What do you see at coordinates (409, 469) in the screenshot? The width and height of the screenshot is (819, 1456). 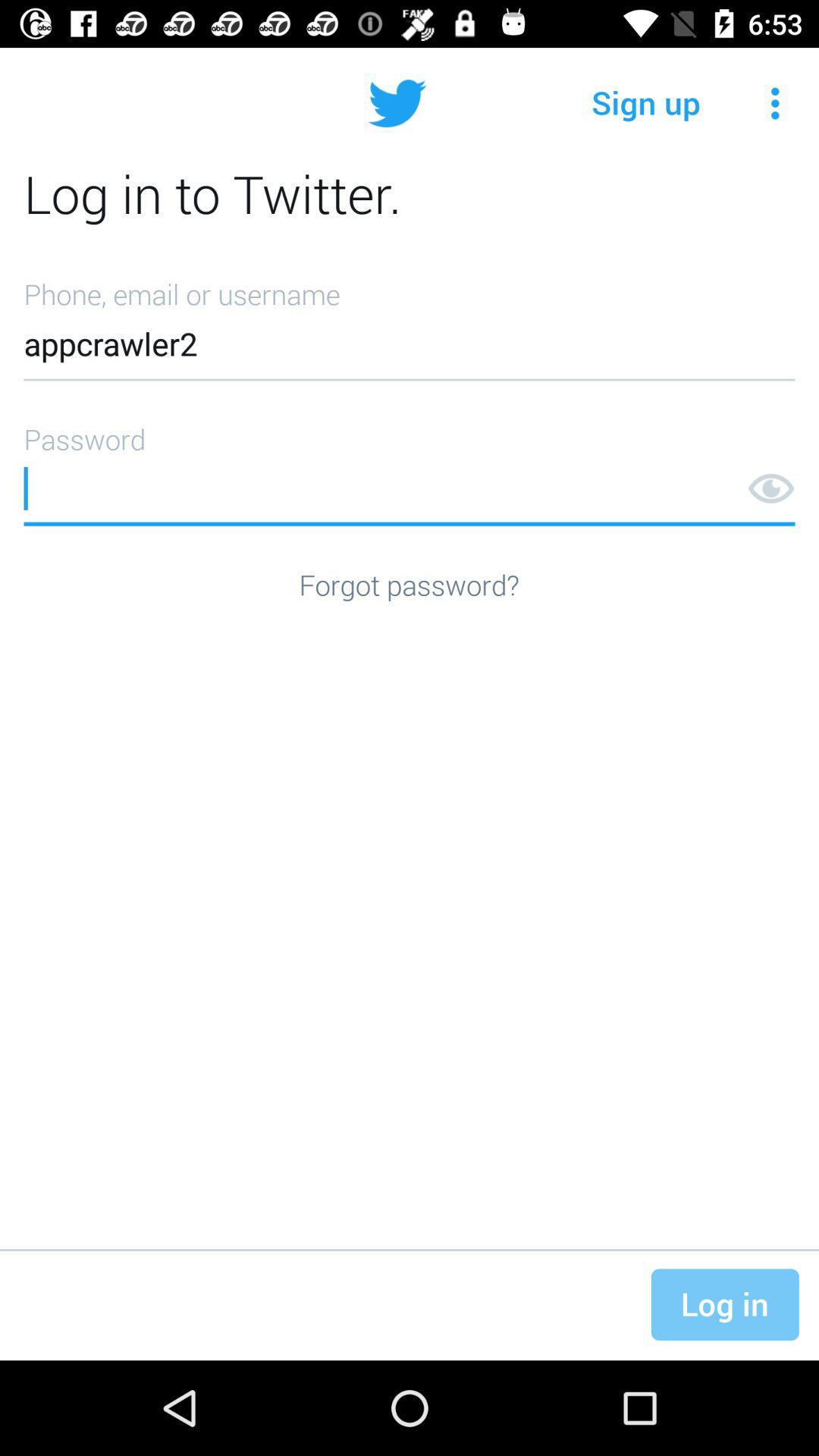 I see `the item above forgot password? icon` at bounding box center [409, 469].